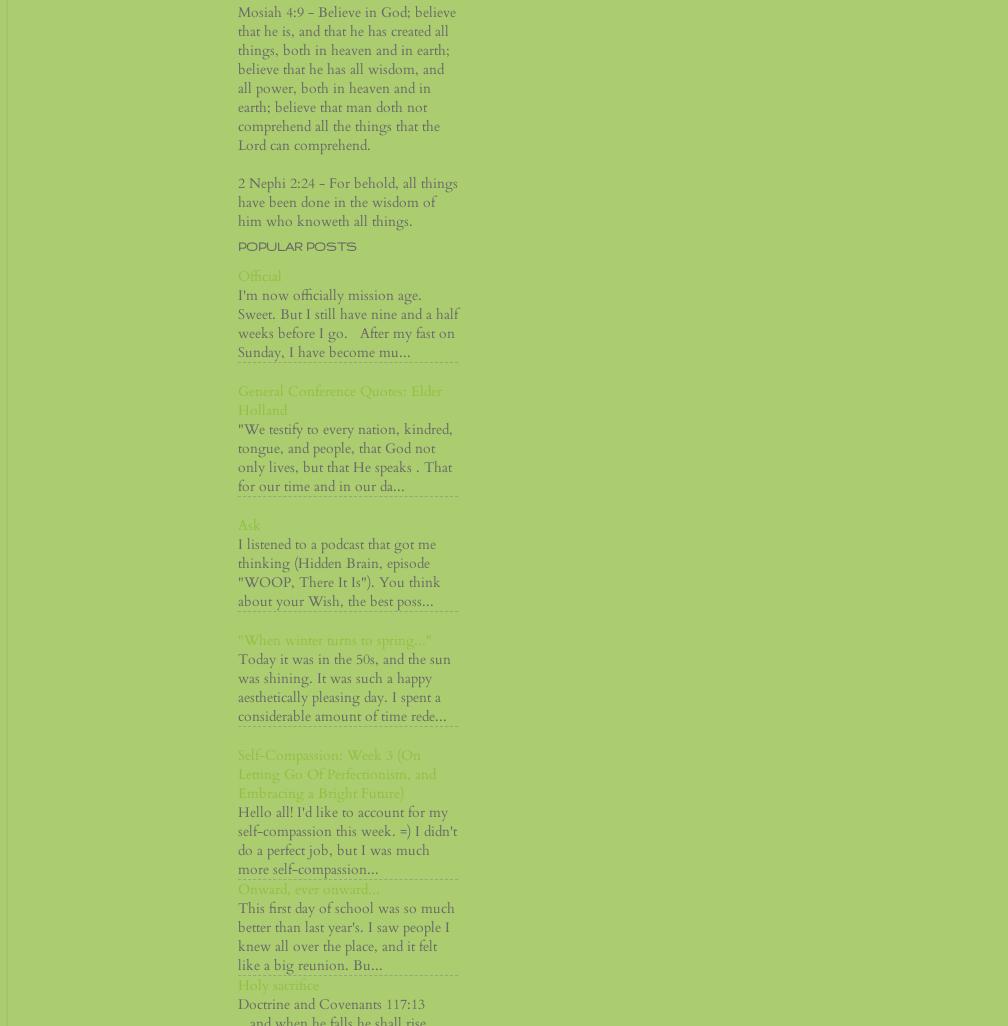  What do you see at coordinates (334, 640) in the screenshot?
I see `'"When winter turns to spring..."'` at bounding box center [334, 640].